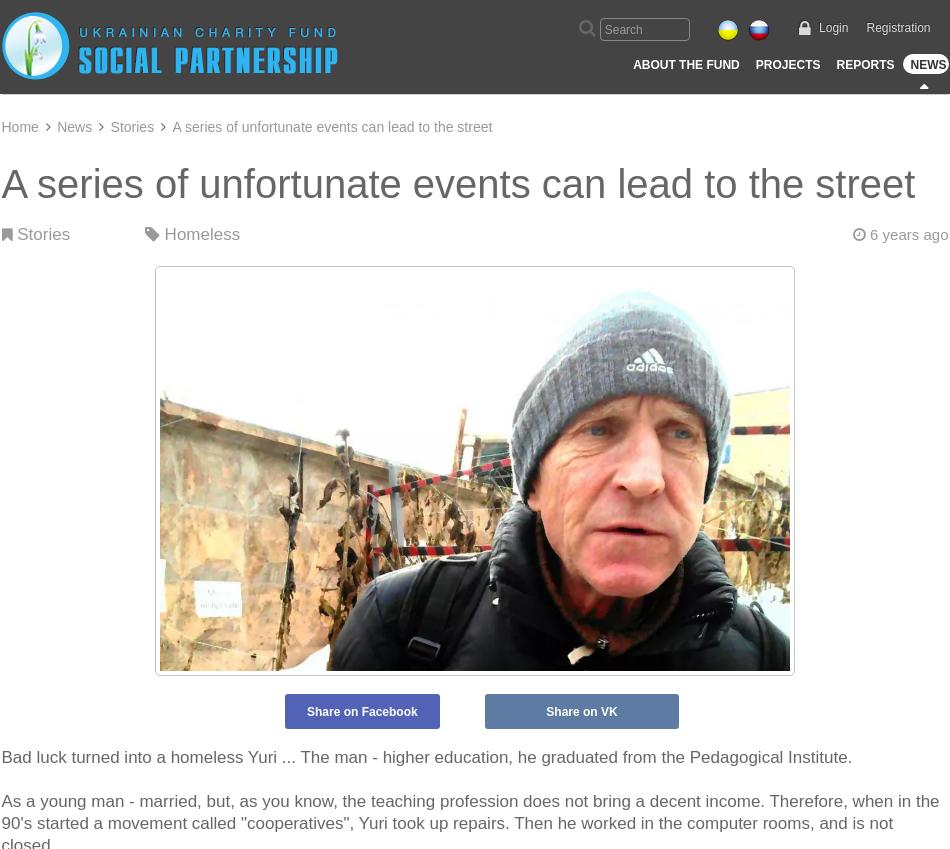 The height and width of the screenshot is (849, 950). What do you see at coordinates (897, 27) in the screenshot?
I see `'Registration'` at bounding box center [897, 27].